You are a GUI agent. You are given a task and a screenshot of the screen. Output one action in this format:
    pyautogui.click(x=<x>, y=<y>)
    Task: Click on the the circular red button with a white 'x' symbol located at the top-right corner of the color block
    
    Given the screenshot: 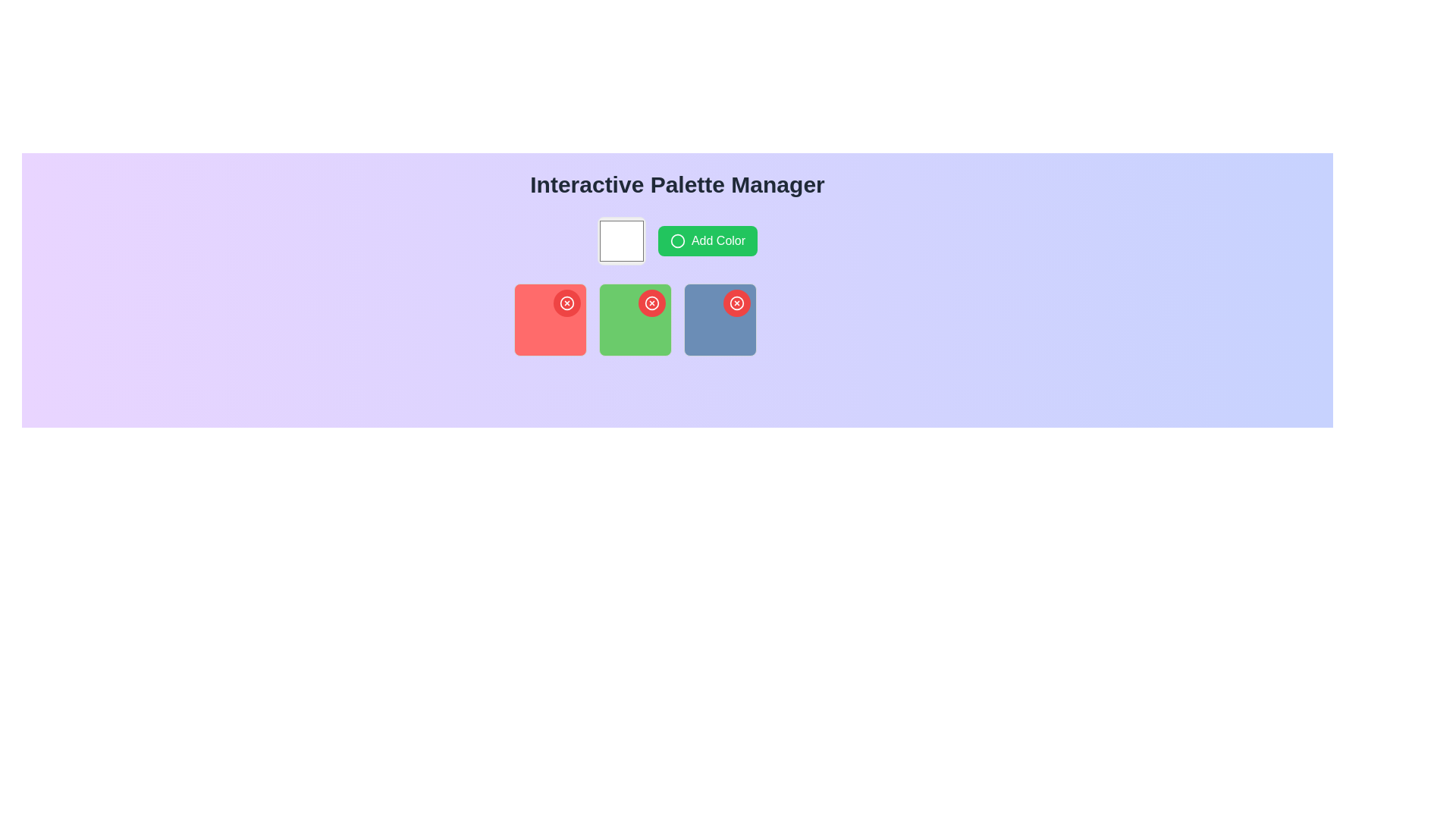 What is the action you would take?
    pyautogui.click(x=566, y=303)
    